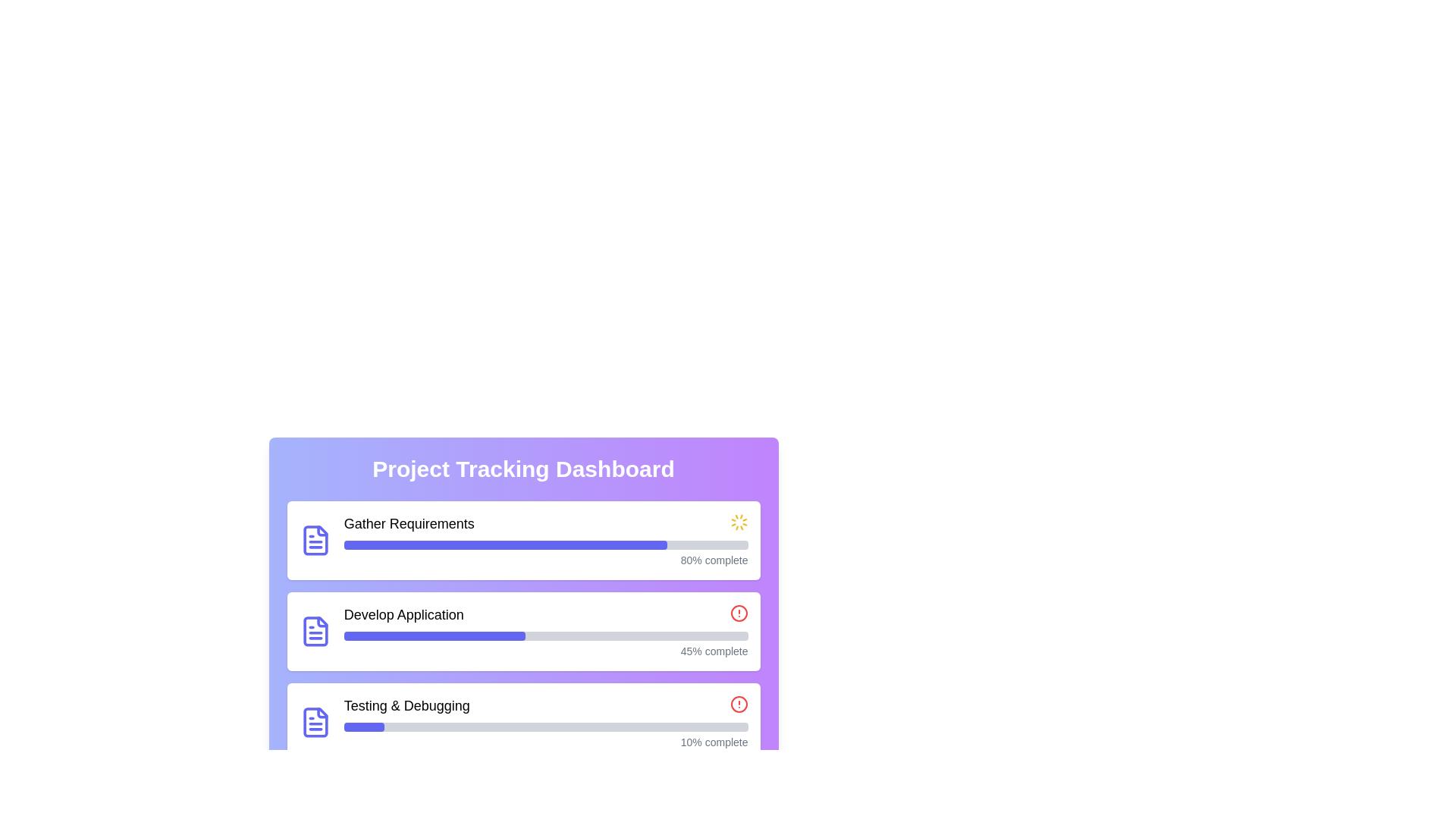 This screenshot has height=819, width=1456. What do you see at coordinates (315, 632) in the screenshot?
I see `the document file icon with a purple outline located in the second row of the vertical task progress list in the 'Project Tracking Dashboard'` at bounding box center [315, 632].